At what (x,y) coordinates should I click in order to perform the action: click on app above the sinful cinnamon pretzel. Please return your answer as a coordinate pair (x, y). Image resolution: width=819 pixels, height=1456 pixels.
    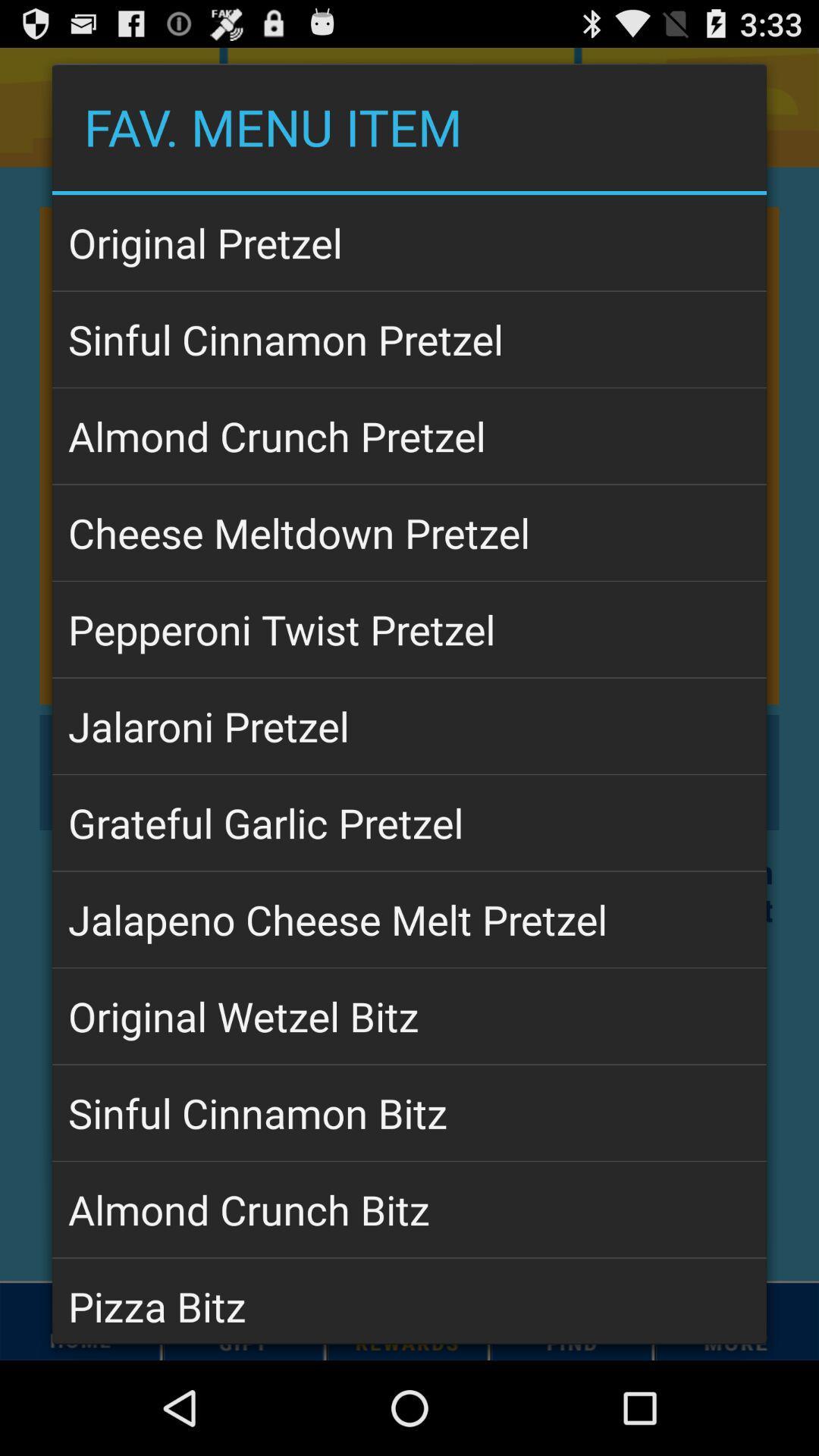
    Looking at the image, I should click on (409, 243).